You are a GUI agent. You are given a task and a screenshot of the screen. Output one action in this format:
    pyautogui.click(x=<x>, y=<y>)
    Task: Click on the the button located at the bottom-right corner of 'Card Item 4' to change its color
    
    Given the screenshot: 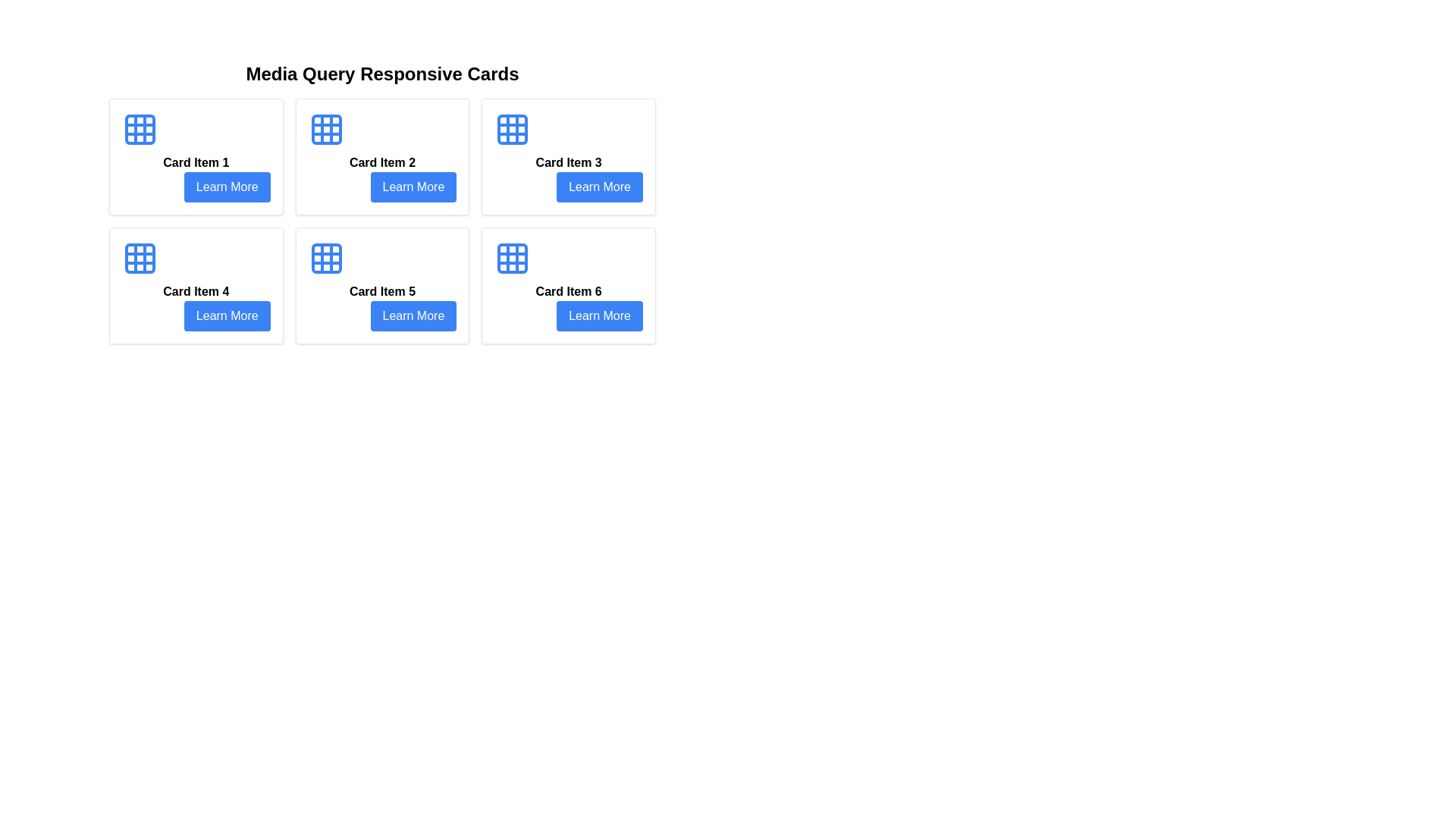 What is the action you would take?
    pyautogui.click(x=226, y=315)
    